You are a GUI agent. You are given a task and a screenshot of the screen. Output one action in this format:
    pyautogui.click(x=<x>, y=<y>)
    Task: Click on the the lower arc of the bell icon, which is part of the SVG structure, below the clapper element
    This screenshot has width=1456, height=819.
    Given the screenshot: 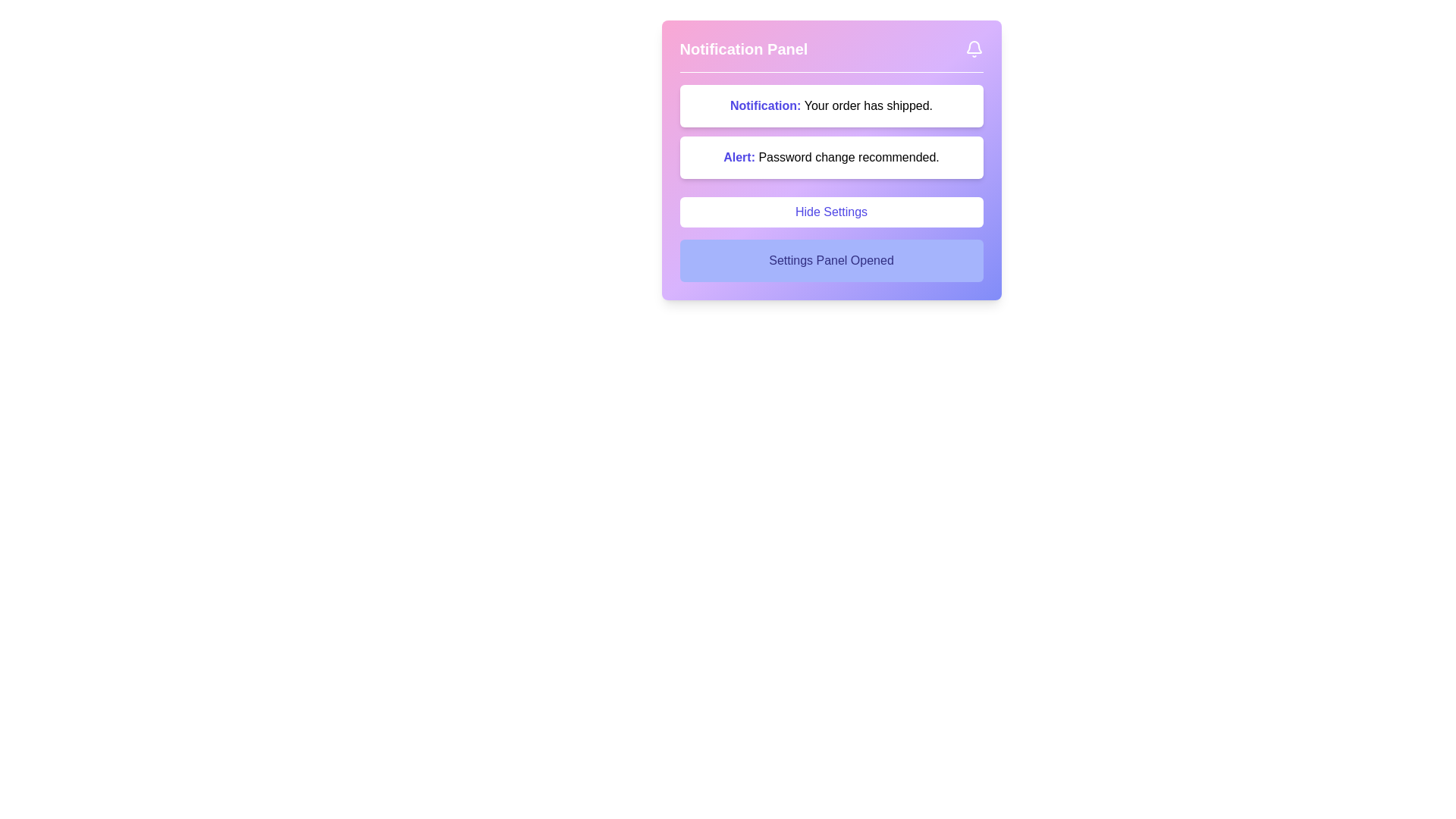 What is the action you would take?
    pyautogui.click(x=974, y=46)
    